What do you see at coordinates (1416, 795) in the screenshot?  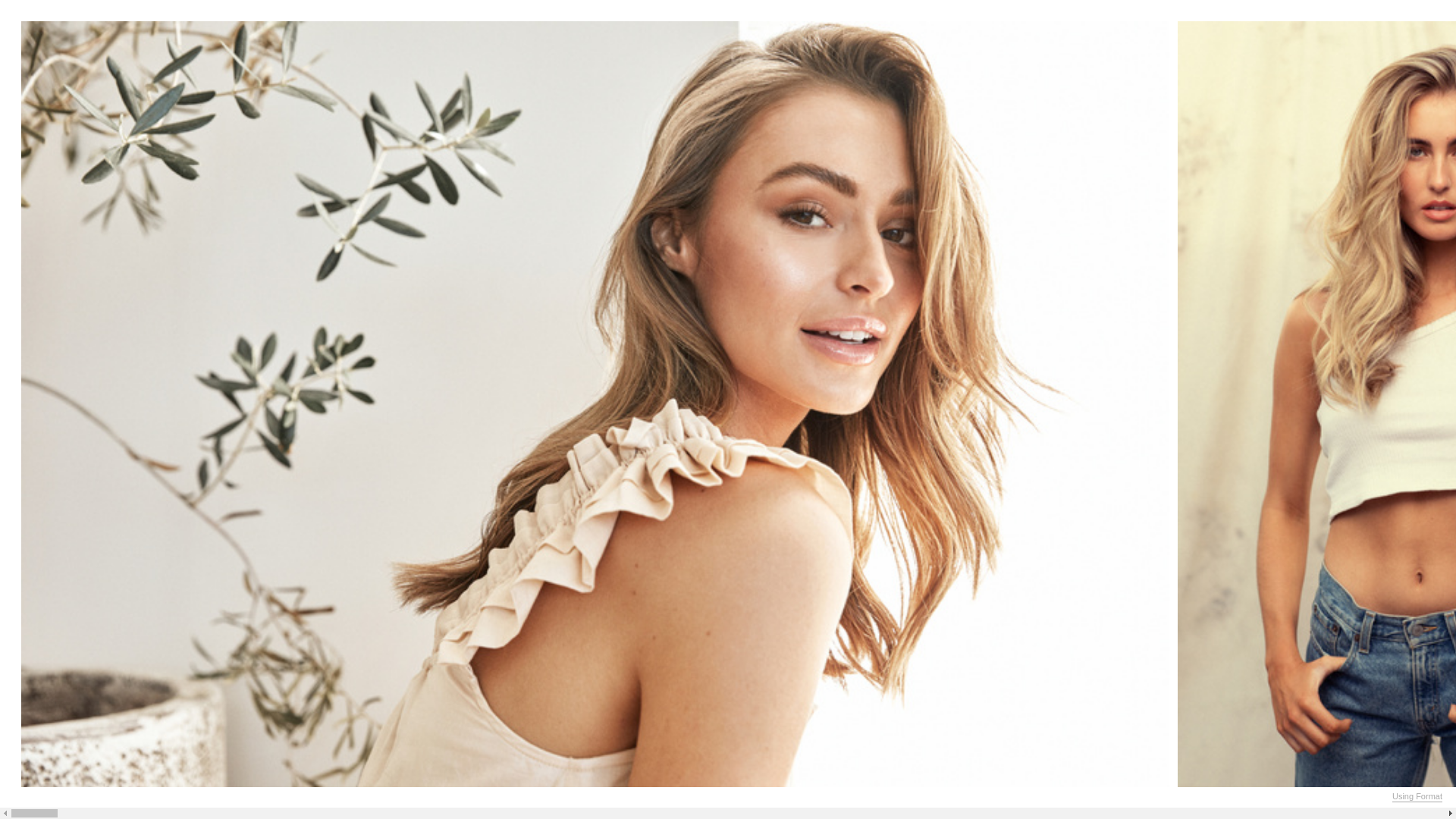 I see `'Using Format'` at bounding box center [1416, 795].